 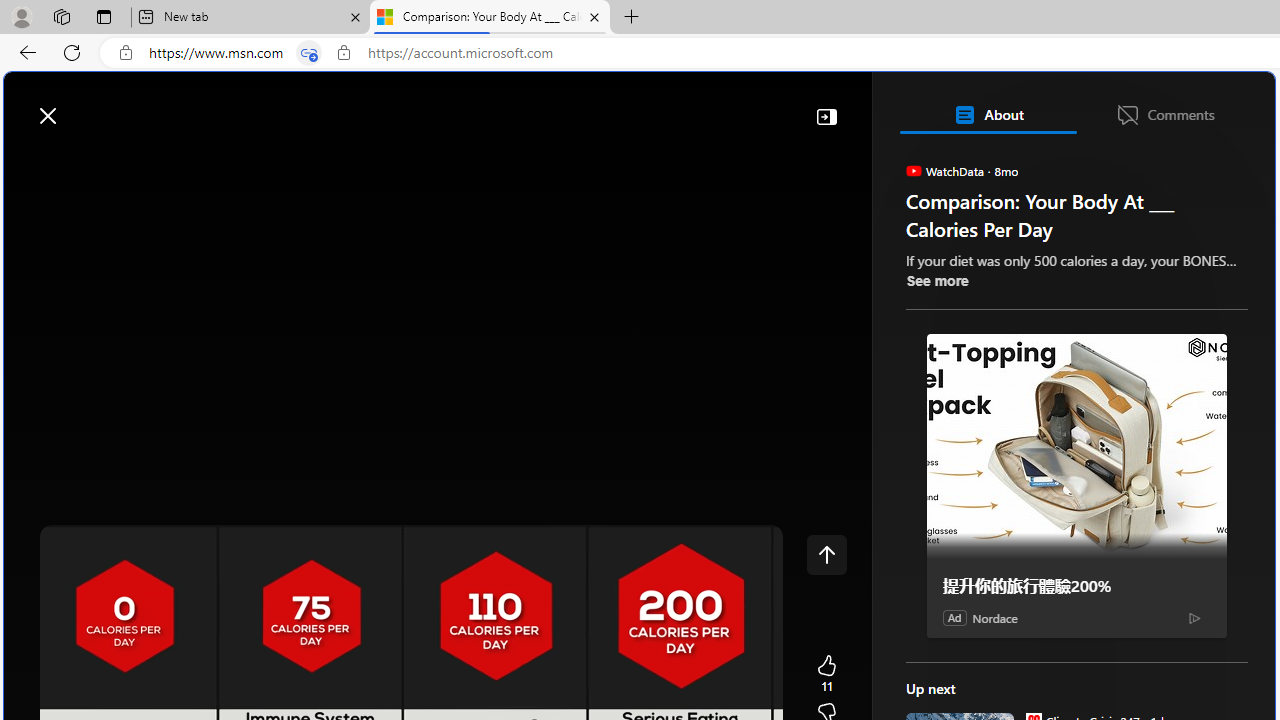 What do you see at coordinates (1165, 114) in the screenshot?
I see `'Comments'` at bounding box center [1165, 114].